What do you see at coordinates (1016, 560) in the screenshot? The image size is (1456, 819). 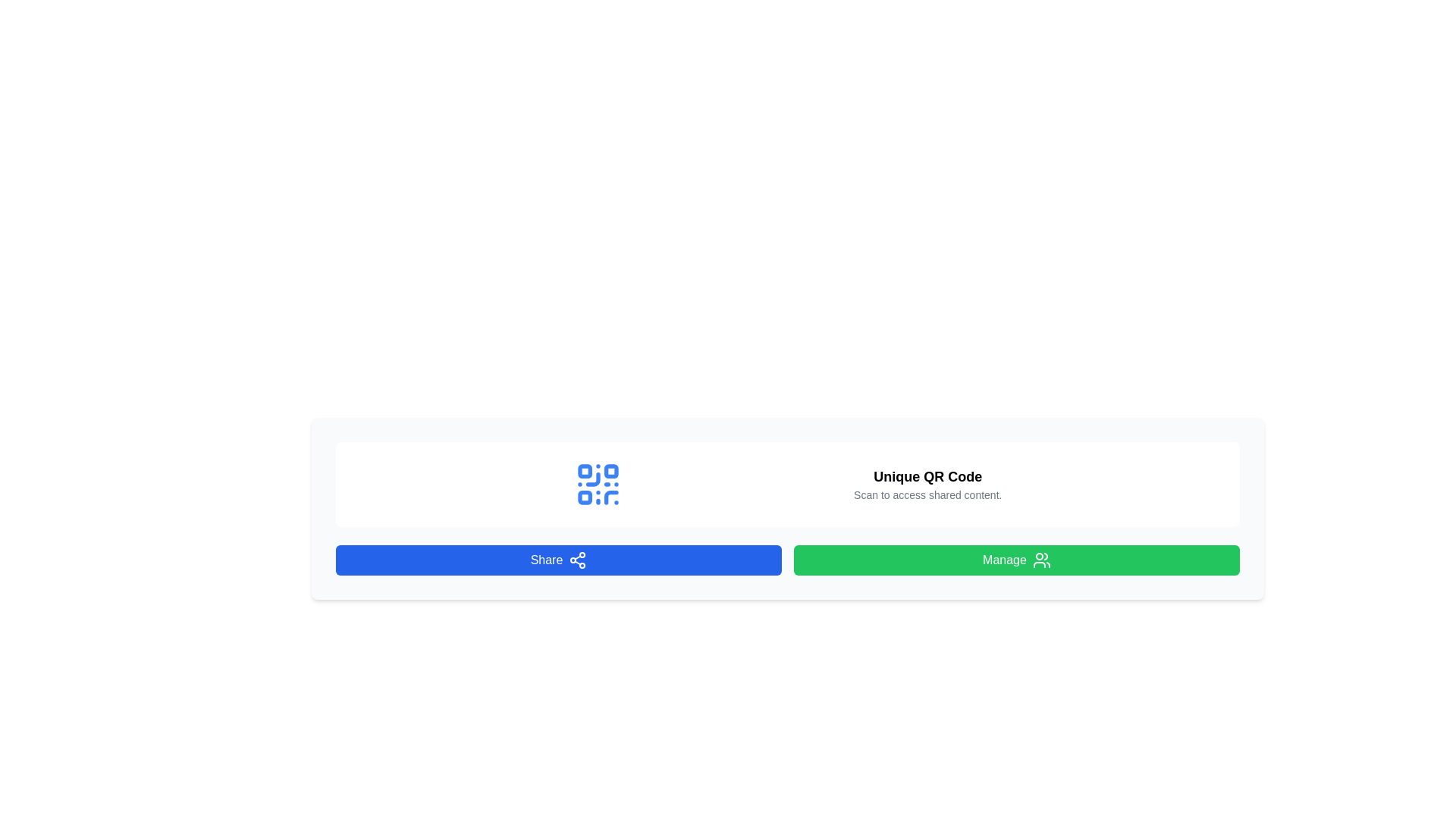 I see `the second button in the bottom-right quadrant of the interface to manage content related to the displayed QR code` at bounding box center [1016, 560].